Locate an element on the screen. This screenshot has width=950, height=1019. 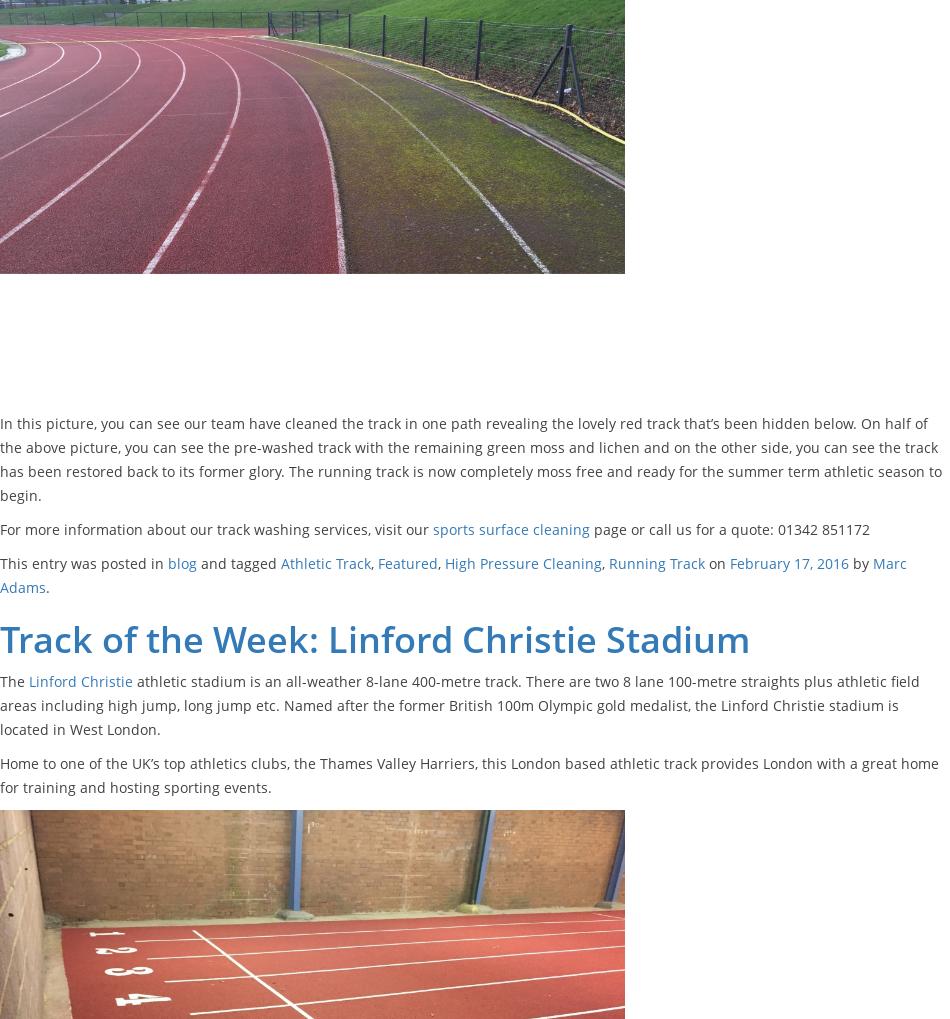
'on' is located at coordinates (704, 561).